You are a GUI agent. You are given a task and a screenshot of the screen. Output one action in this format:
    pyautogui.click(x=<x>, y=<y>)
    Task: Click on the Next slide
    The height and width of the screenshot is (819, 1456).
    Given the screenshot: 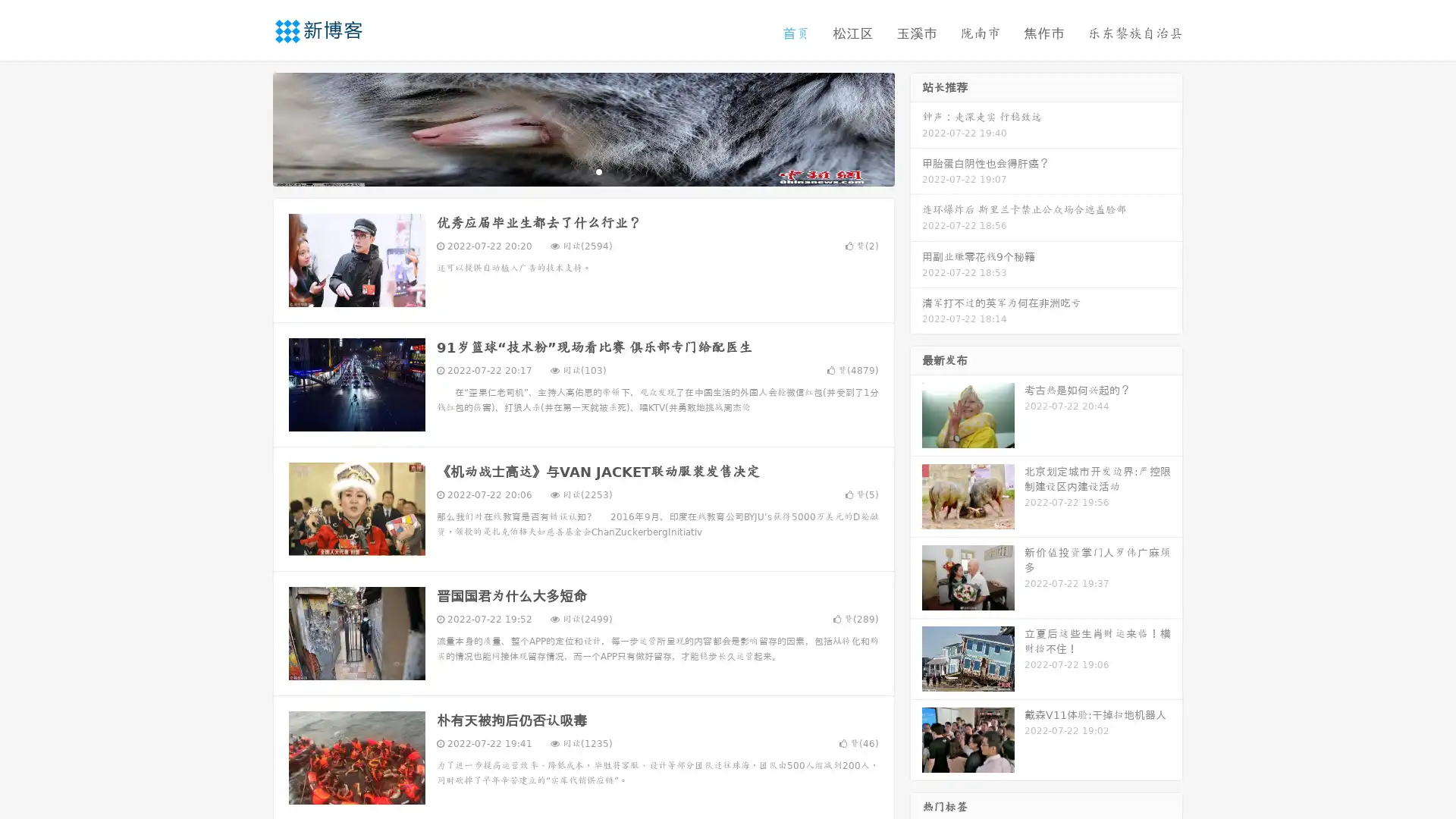 What is the action you would take?
    pyautogui.click(x=916, y=127)
    